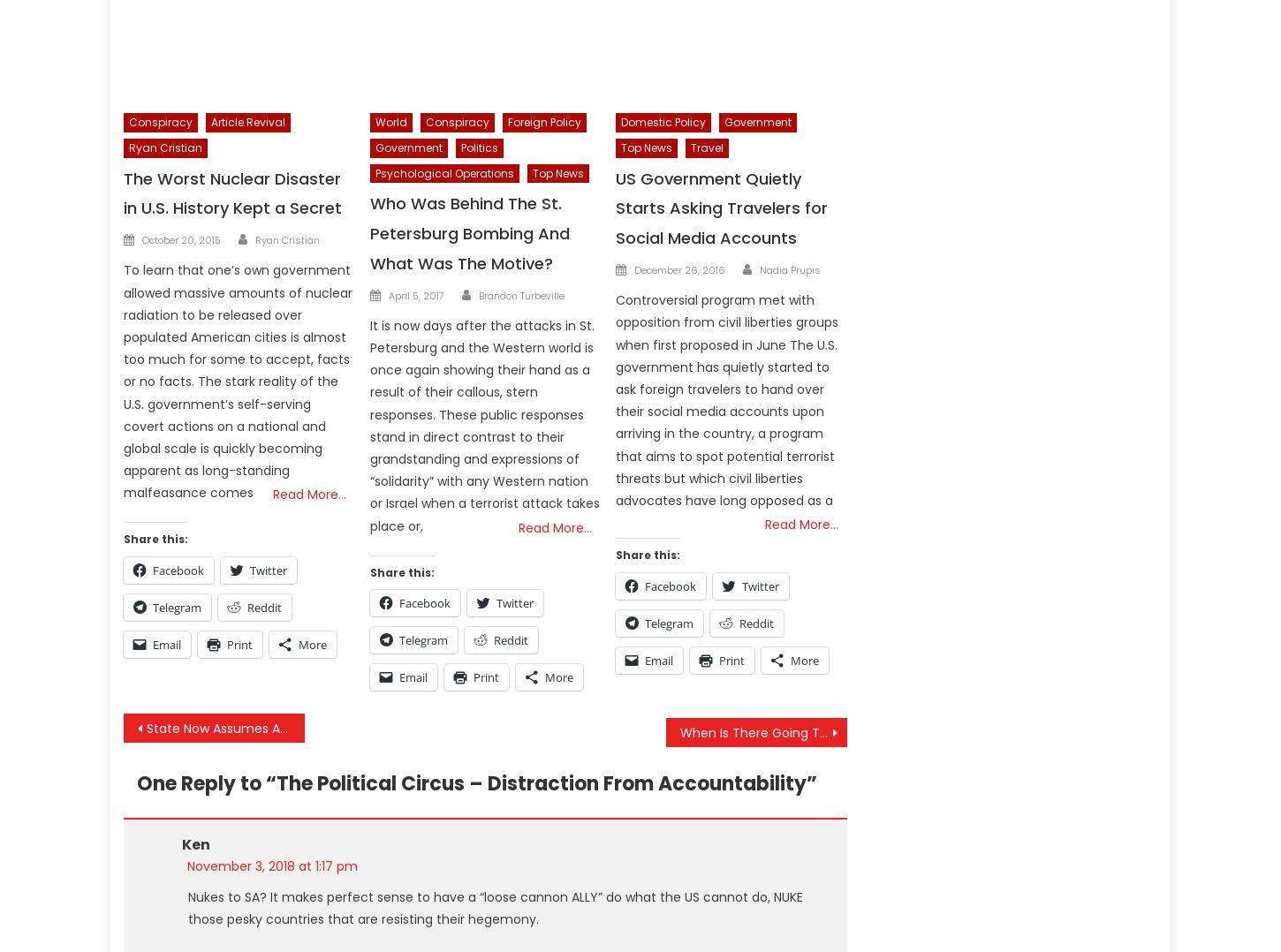 The image size is (1281, 952). I want to click on 'One Reply to “', so click(206, 783).